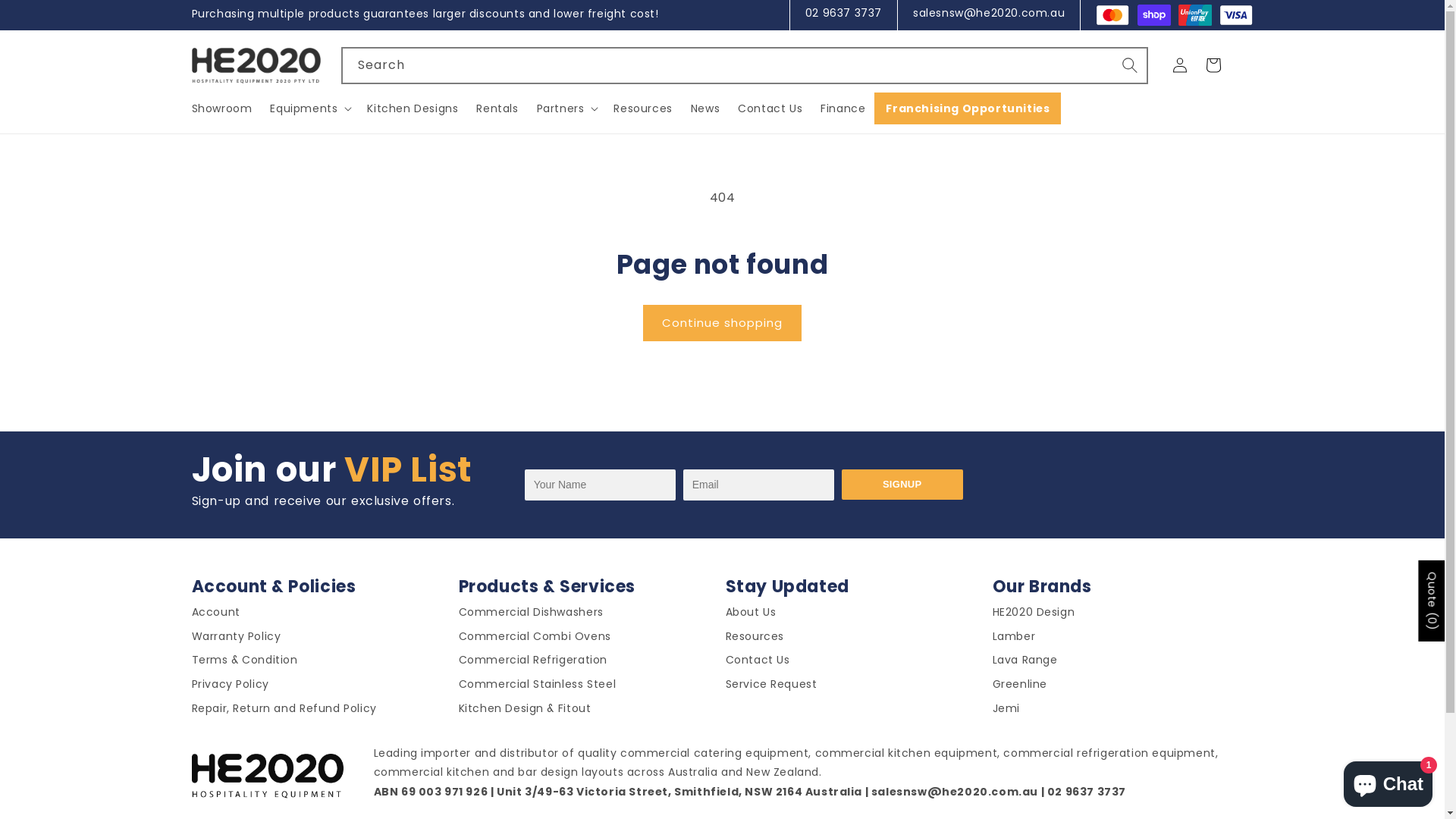  What do you see at coordinates (1178, 64) in the screenshot?
I see `'Log in'` at bounding box center [1178, 64].